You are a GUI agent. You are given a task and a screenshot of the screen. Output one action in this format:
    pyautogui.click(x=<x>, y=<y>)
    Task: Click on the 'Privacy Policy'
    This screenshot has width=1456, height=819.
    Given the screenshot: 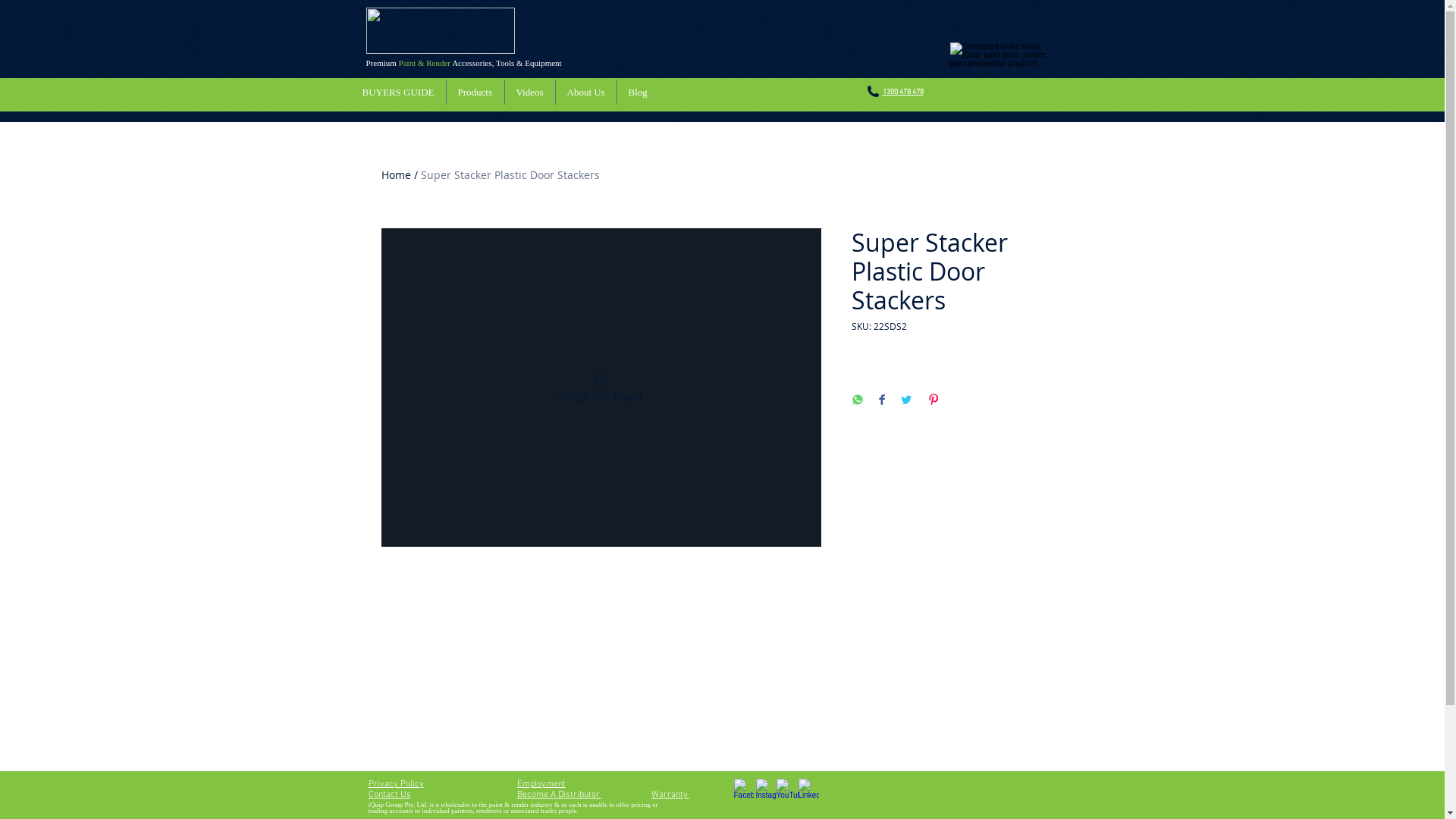 What is the action you would take?
    pyautogui.click(x=368, y=783)
    